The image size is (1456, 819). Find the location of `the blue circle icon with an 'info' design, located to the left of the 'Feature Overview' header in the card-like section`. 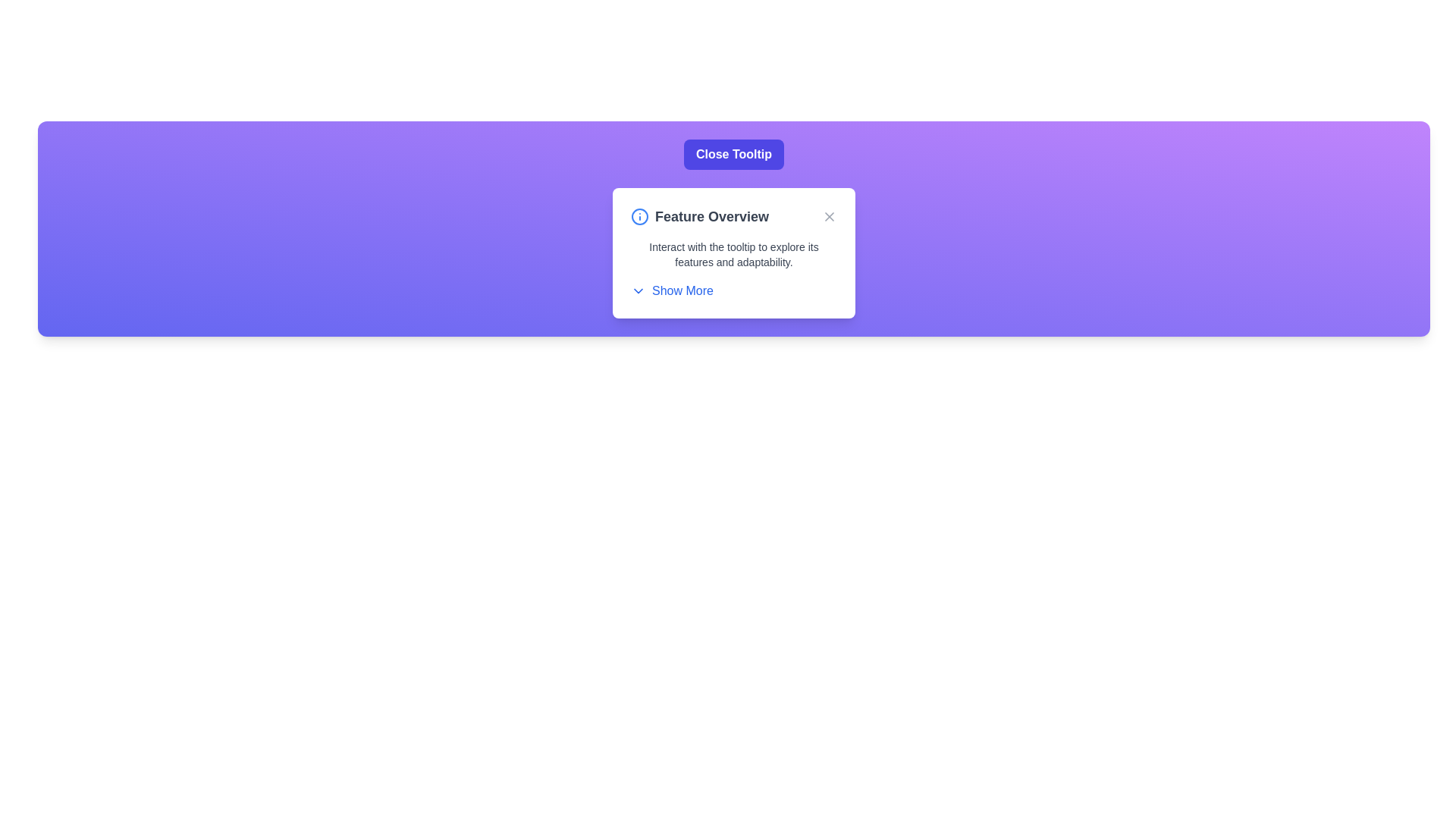

the blue circle icon with an 'info' design, located to the left of the 'Feature Overview' header in the card-like section is located at coordinates (640, 216).